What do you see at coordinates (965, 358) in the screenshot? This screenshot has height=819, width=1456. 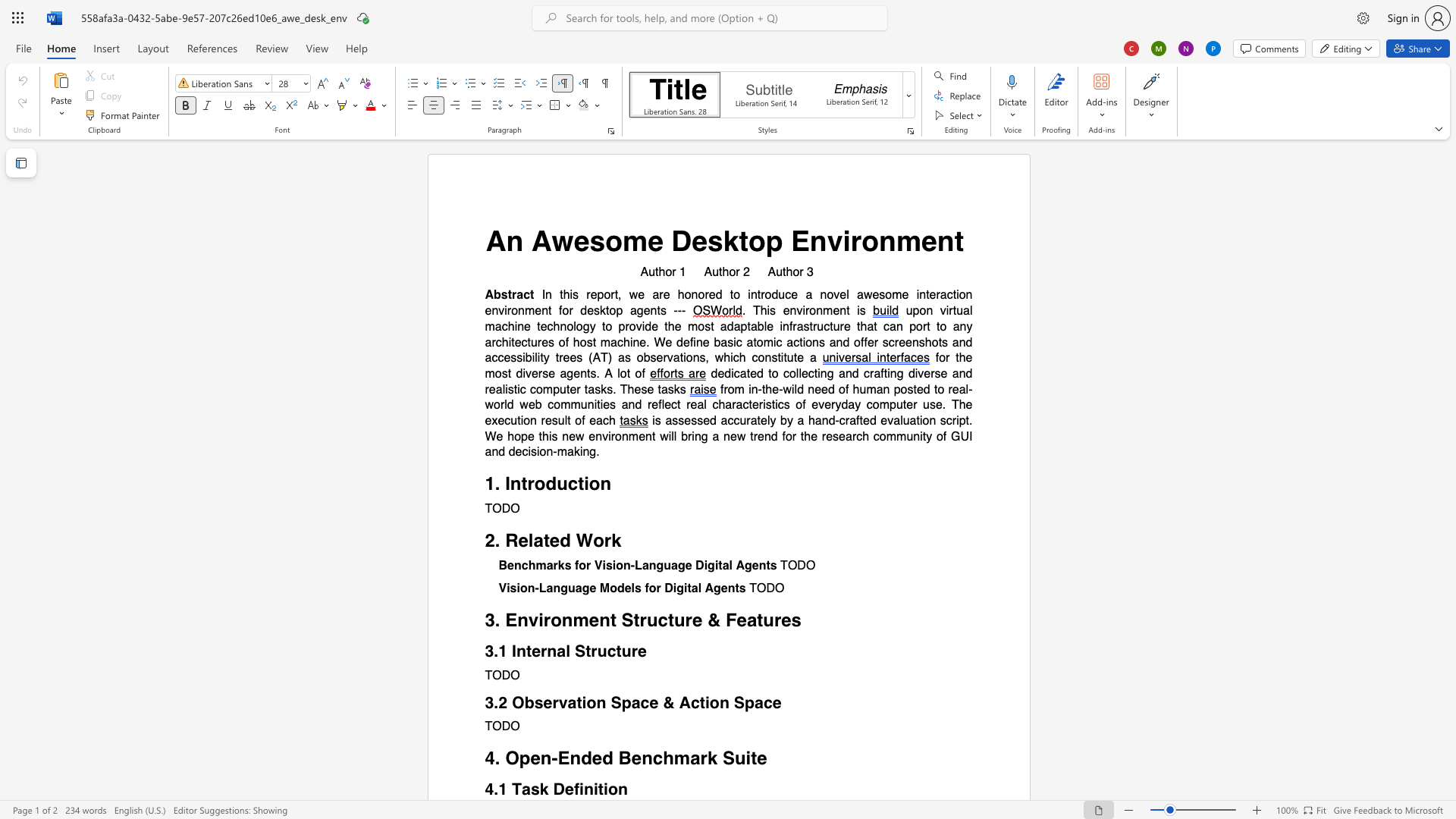 I see `the subset text "e most diverse a" within the text "for the most diverse agents. A lot of"` at bounding box center [965, 358].